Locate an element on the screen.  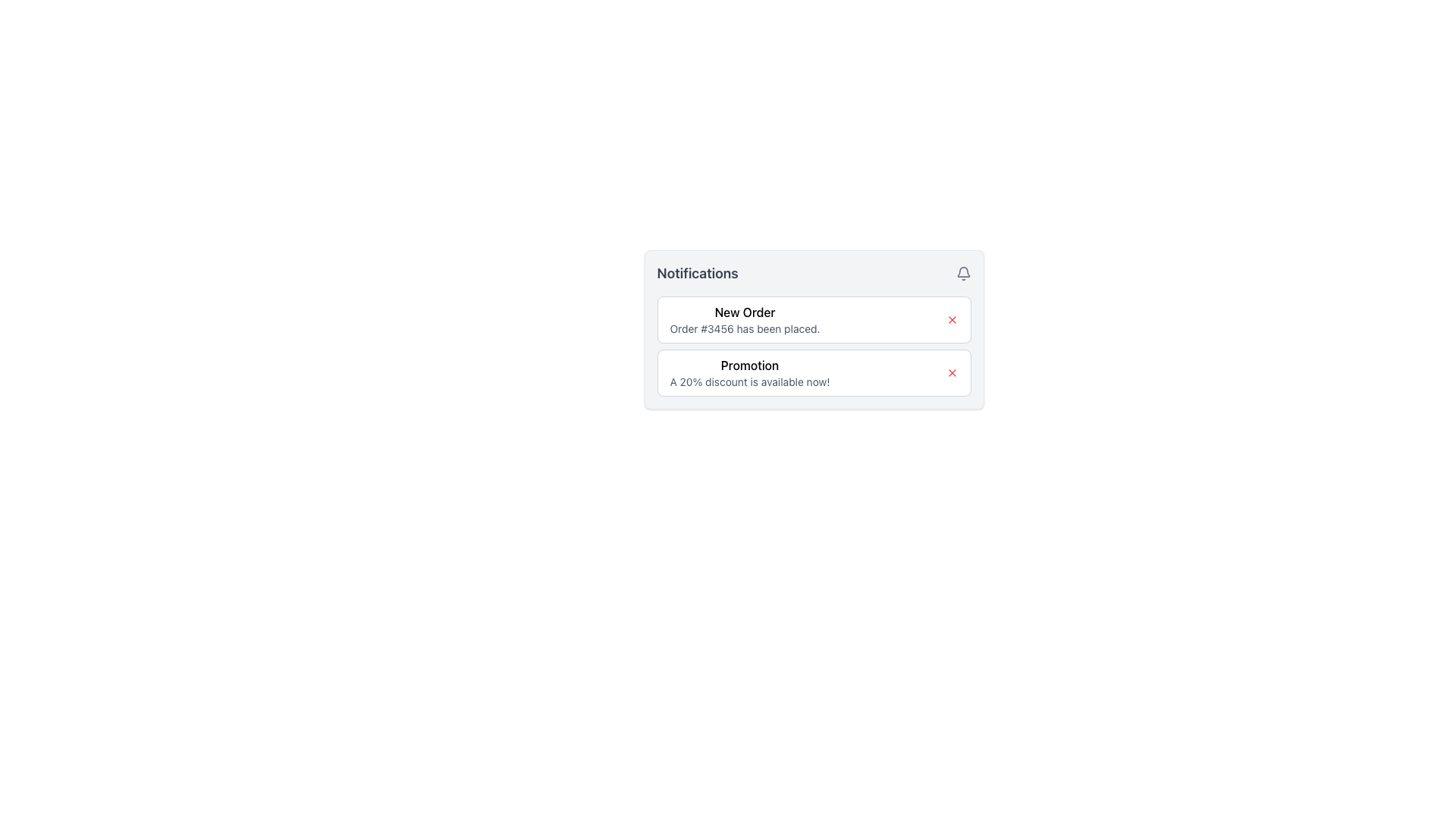
the static text element that displays 'New Order' and 'Order #3456 has been placed.' in the first notification card is located at coordinates (745, 318).